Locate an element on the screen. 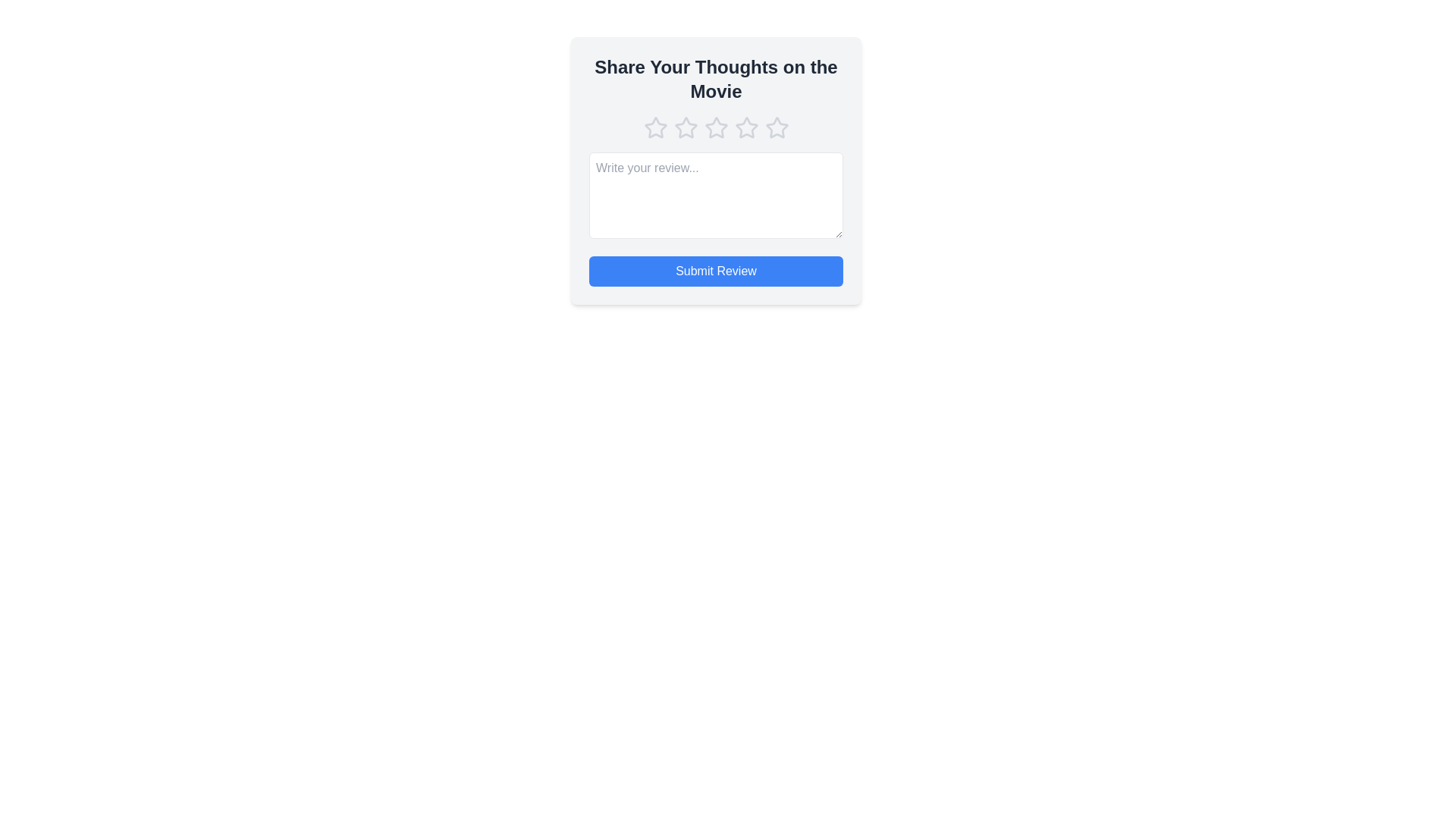 The image size is (1456, 819). the second star icon in the rating bar is located at coordinates (715, 127).